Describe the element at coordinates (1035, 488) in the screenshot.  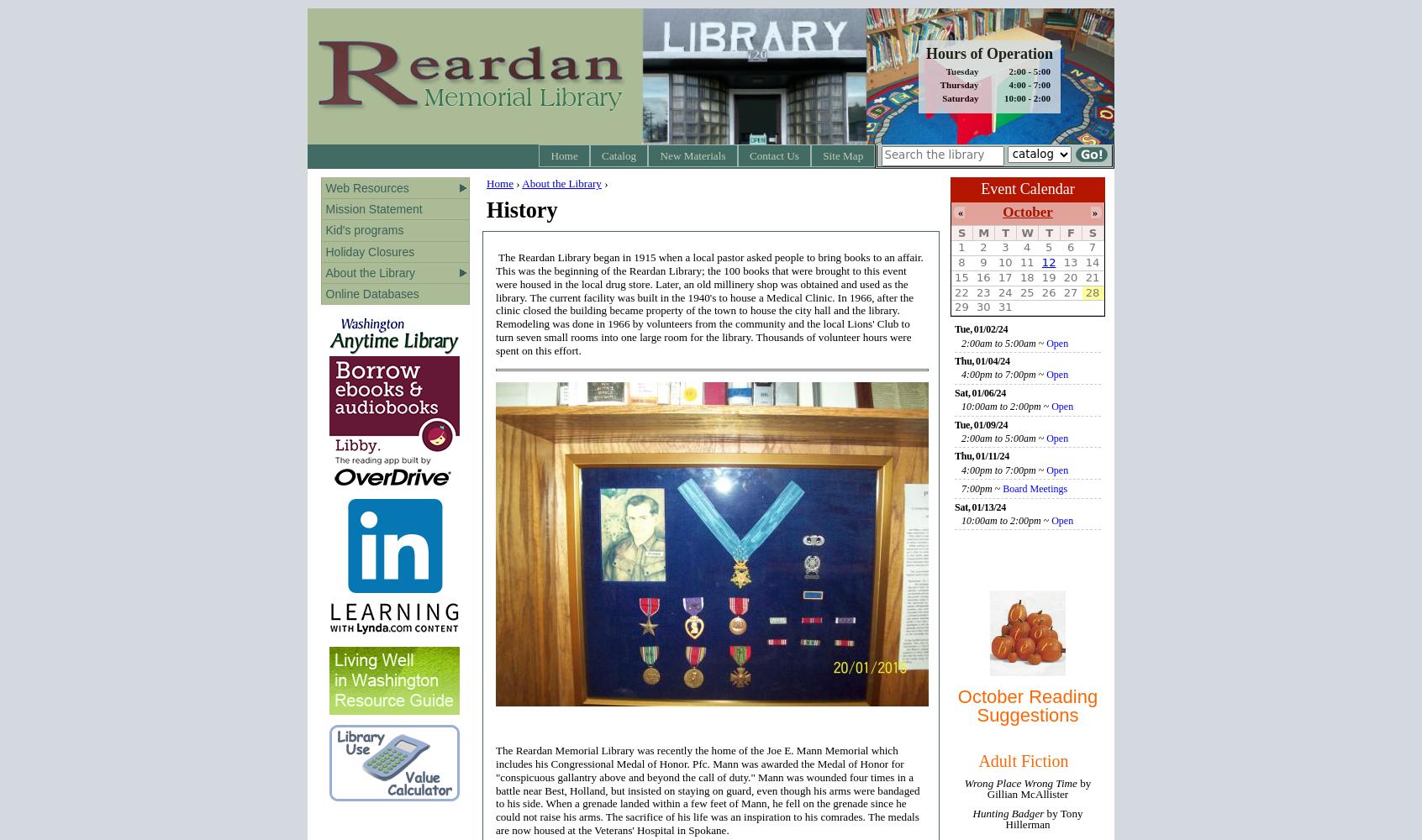
I see `'Board Meetings'` at that location.